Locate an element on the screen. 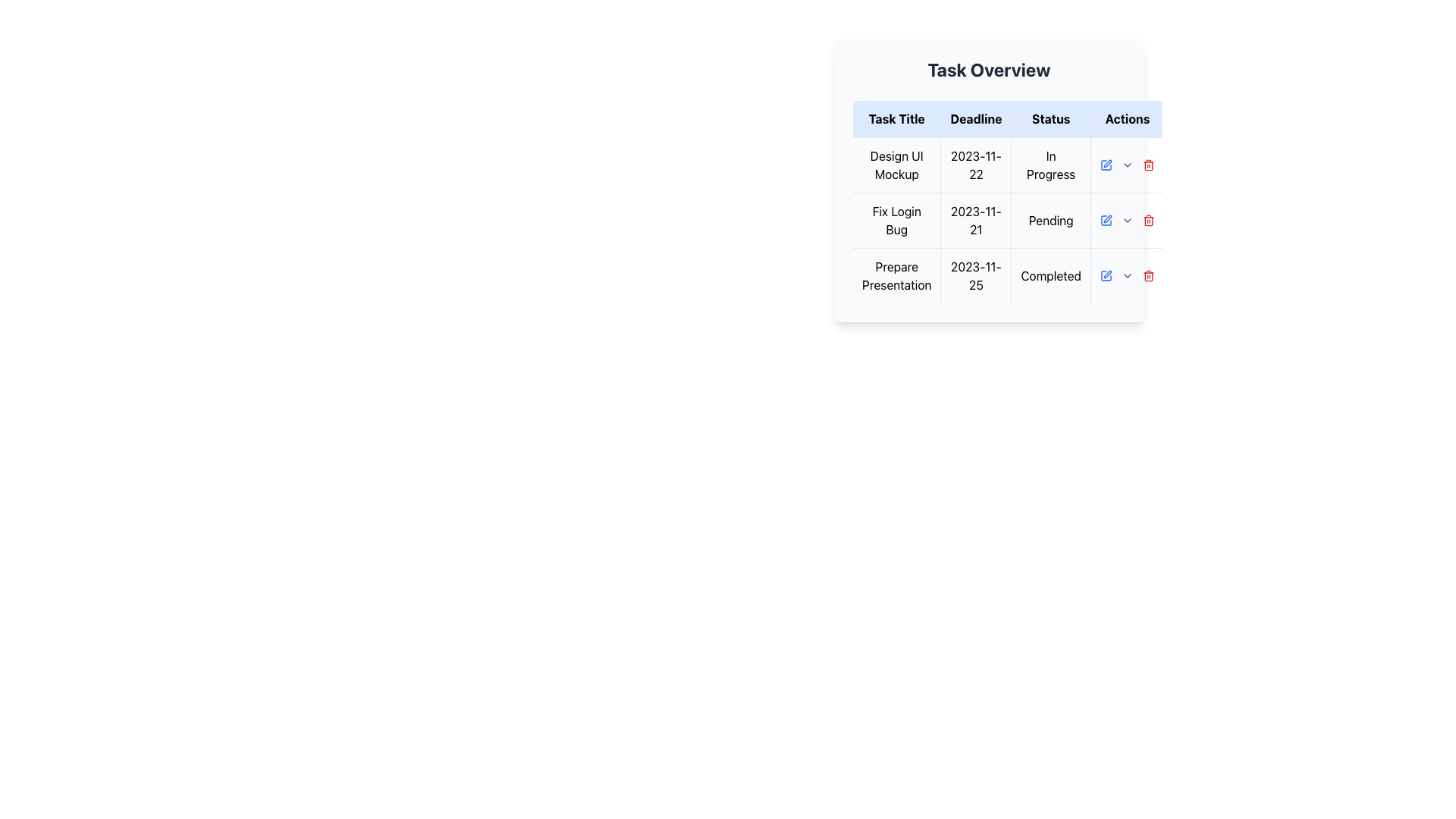 This screenshot has width=1456, height=819. the small downward-facing chevron icon located in the Actions column of the second row under the 'Task Overview' title is located at coordinates (1128, 220).